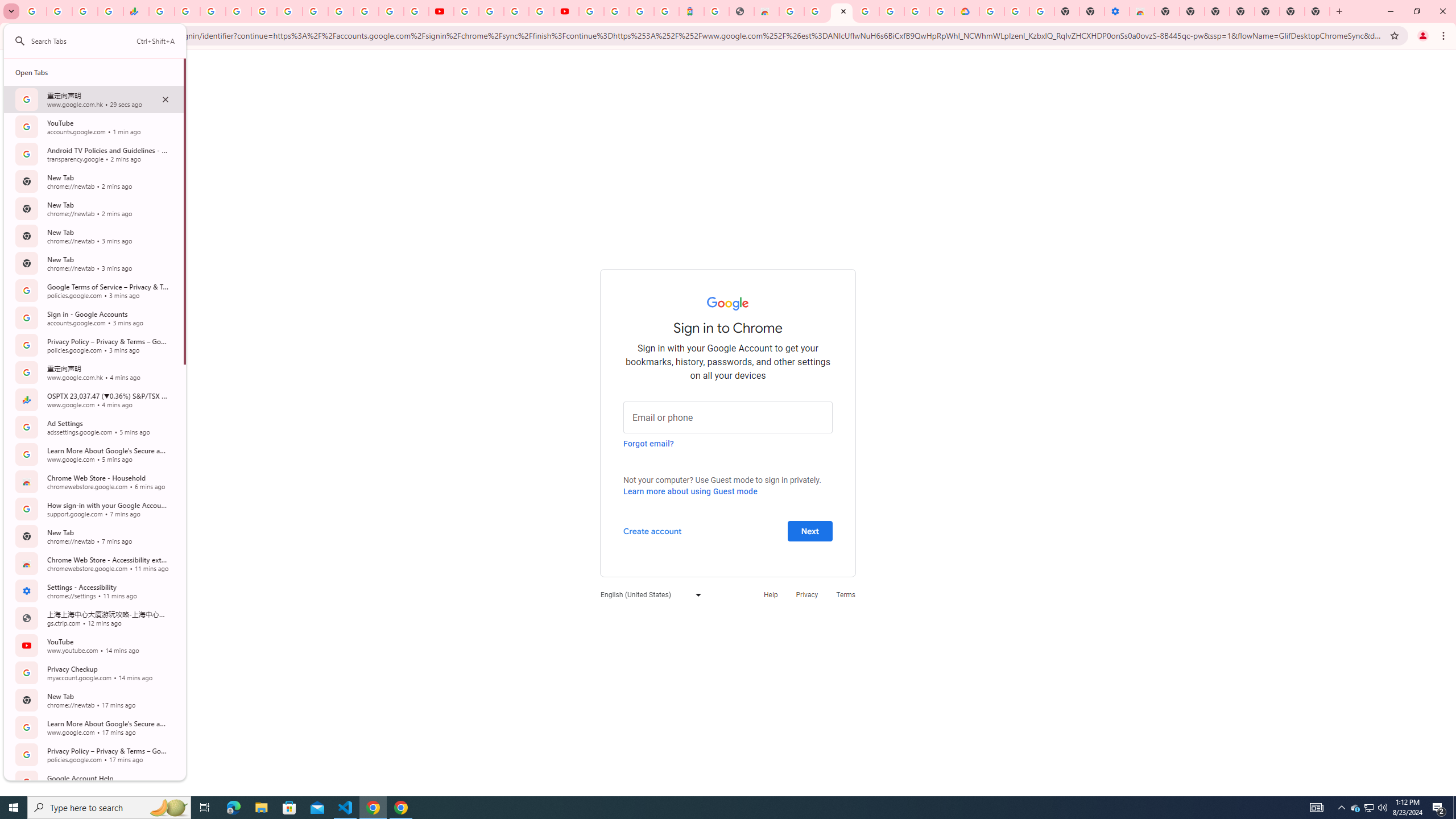  What do you see at coordinates (167, 806) in the screenshot?
I see `'Search highlights icon opens search home window'` at bounding box center [167, 806].